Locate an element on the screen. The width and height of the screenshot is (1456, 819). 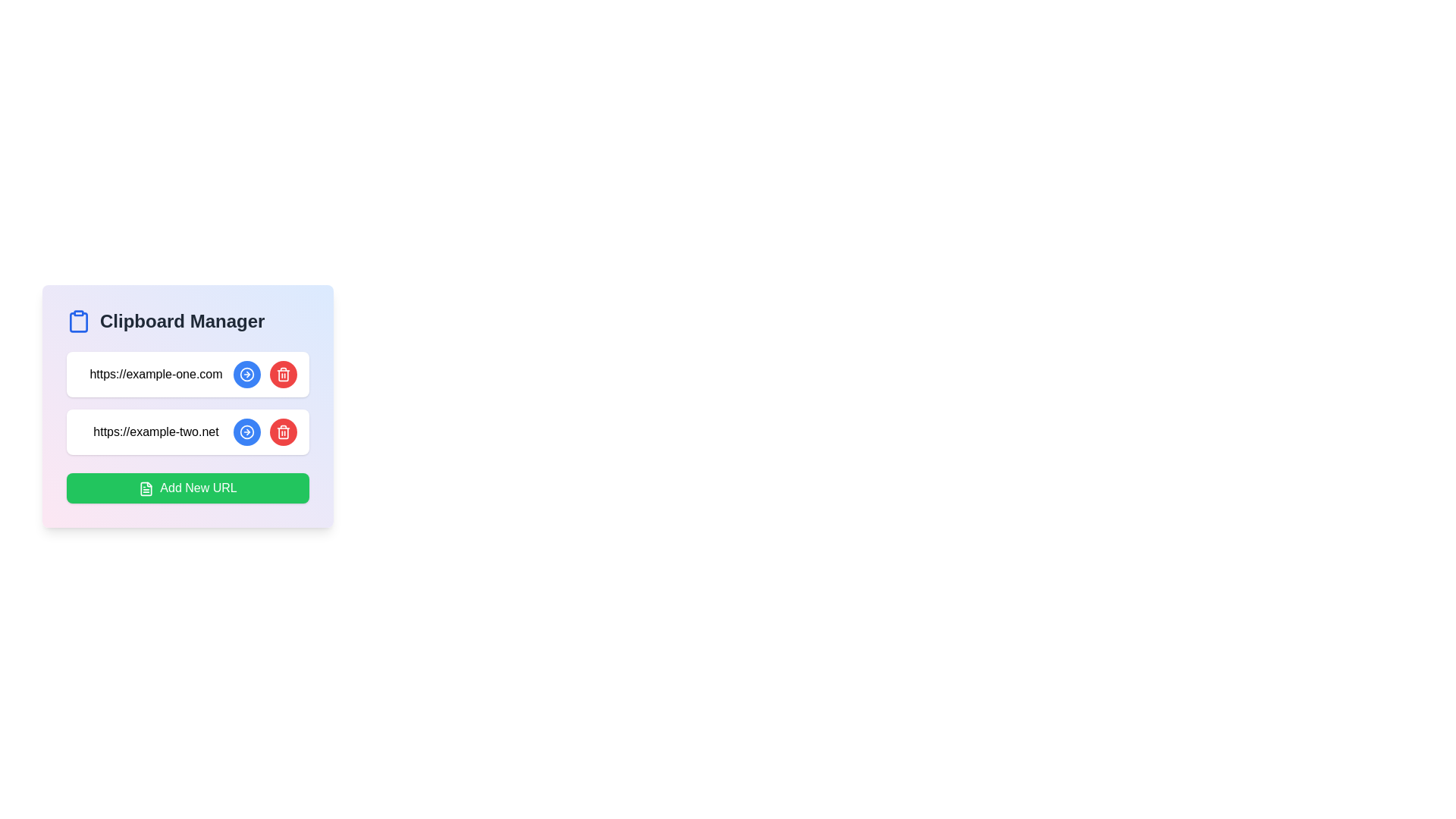
the first circular button with a right-pointing arrow inside, located next to the URL 'https://example-two.net' is located at coordinates (247, 432).